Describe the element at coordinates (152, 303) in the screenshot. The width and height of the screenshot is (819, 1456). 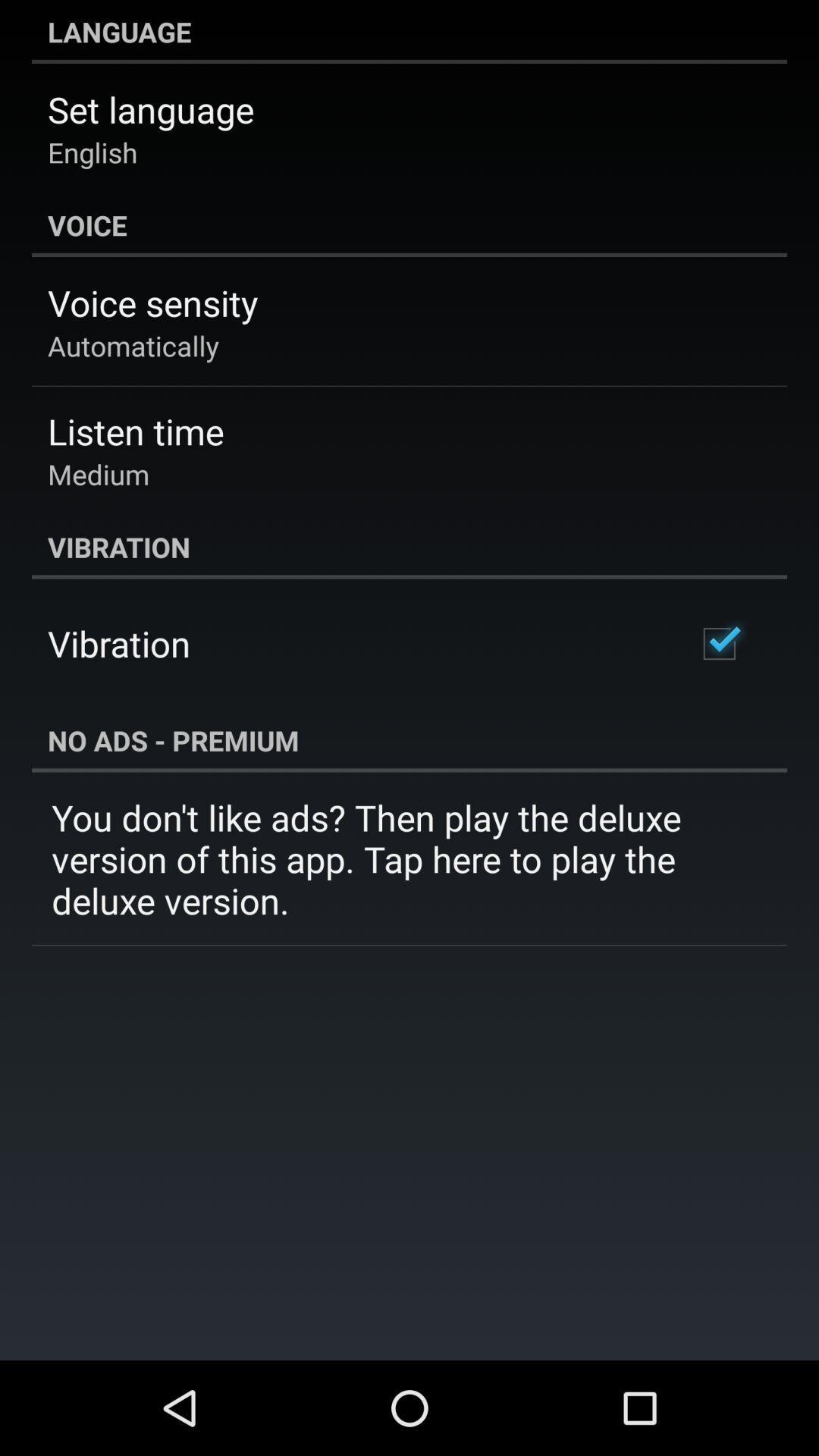
I see `app below the voice` at that location.